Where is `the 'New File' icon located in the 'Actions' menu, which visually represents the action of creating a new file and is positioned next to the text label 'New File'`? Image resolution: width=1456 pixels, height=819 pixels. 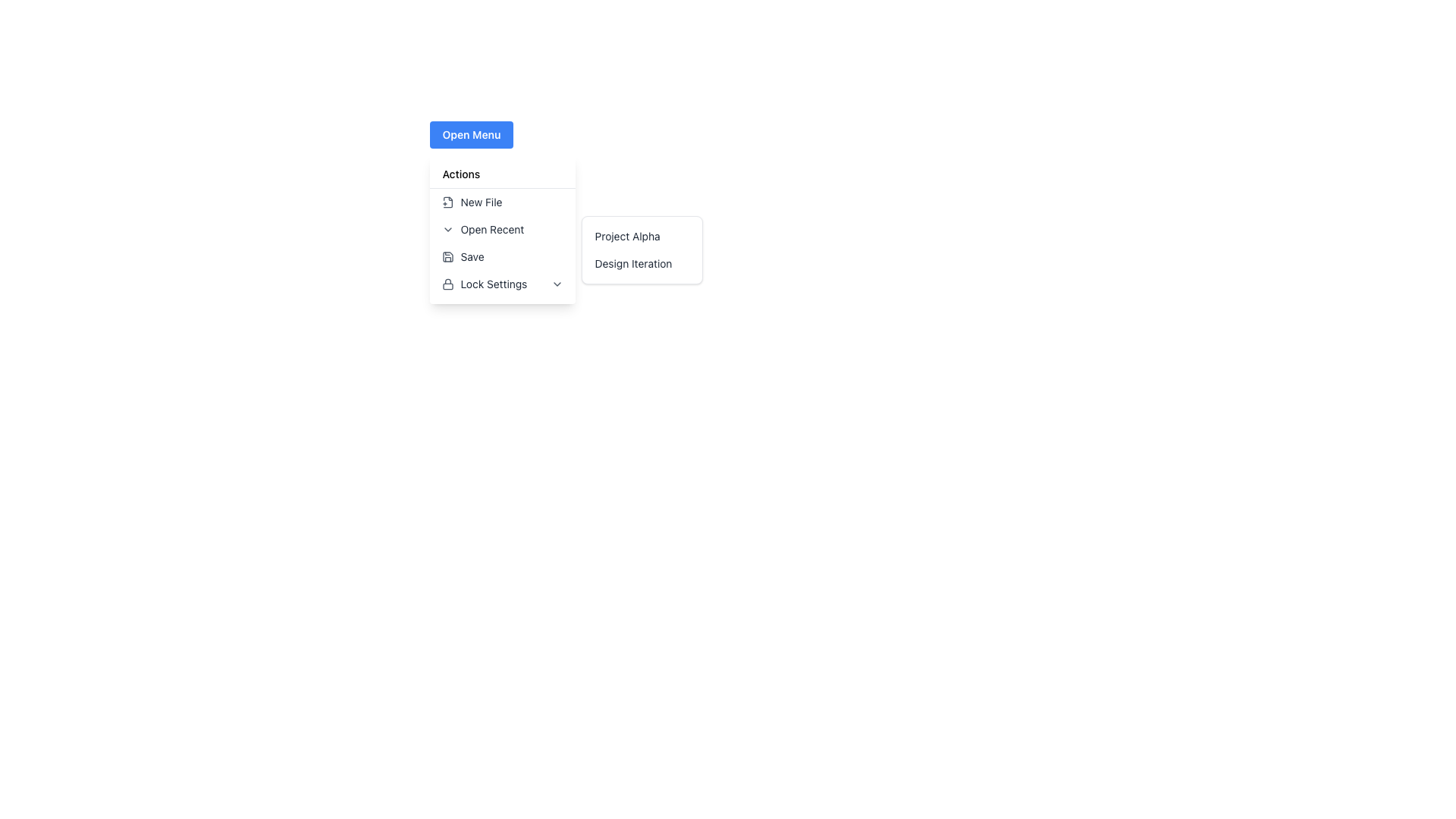 the 'New File' icon located in the 'Actions' menu, which visually represents the action of creating a new file and is positioned next to the text label 'New File' is located at coordinates (447, 201).